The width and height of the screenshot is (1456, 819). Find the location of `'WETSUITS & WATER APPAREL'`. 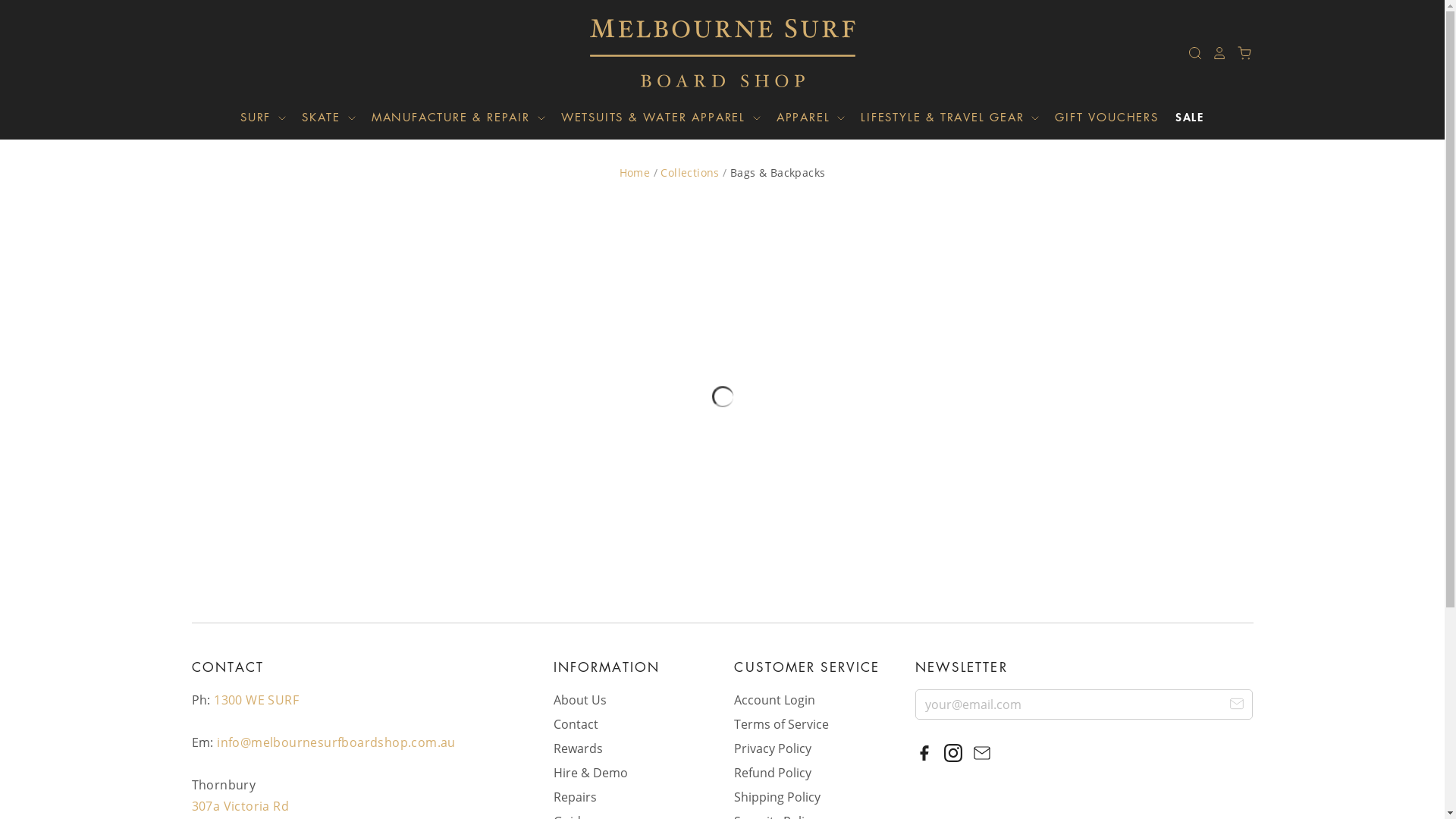

'WETSUITS & WATER APPAREL' is located at coordinates (654, 116).